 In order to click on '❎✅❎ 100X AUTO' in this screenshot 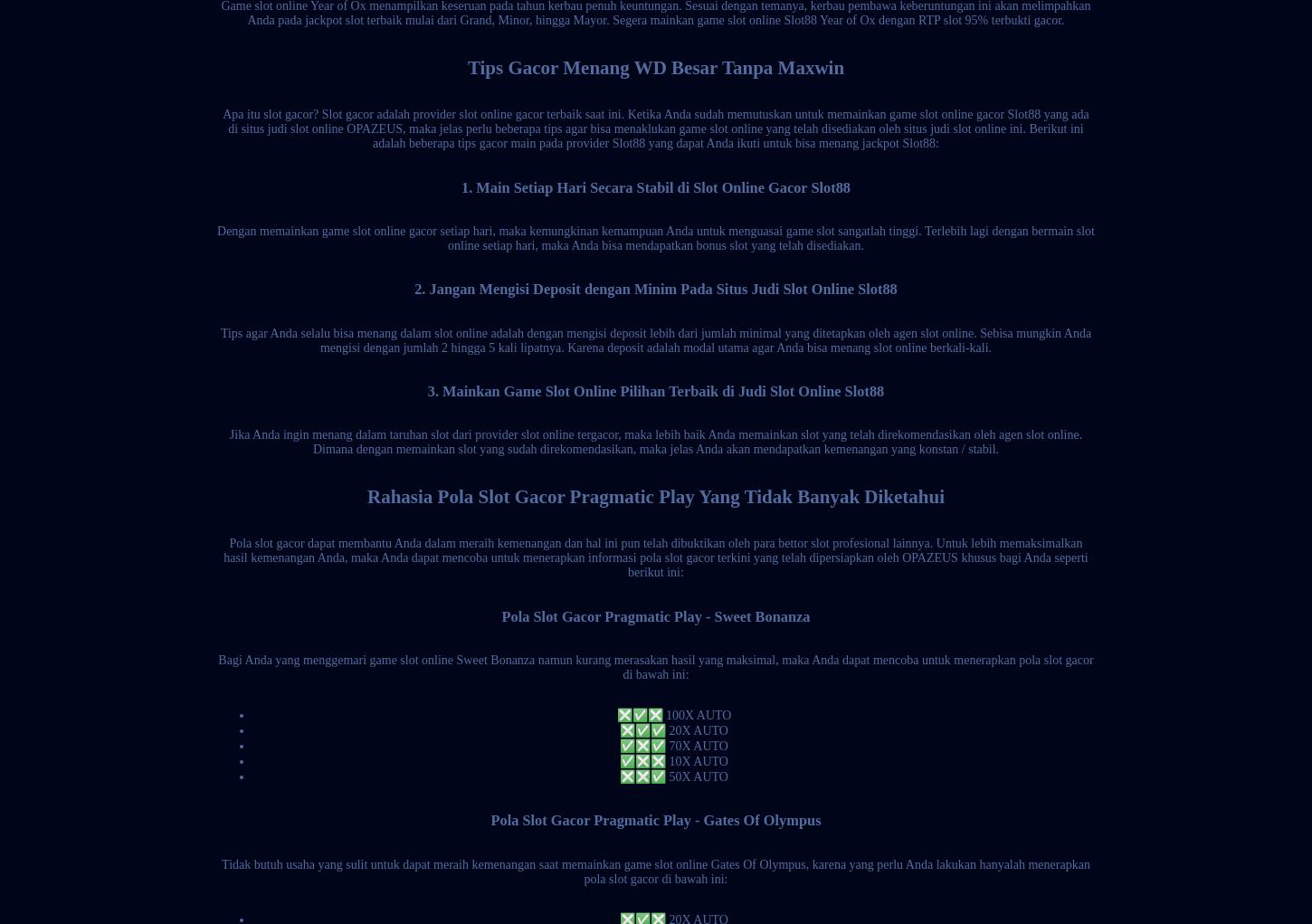, I will do `click(615, 713)`.